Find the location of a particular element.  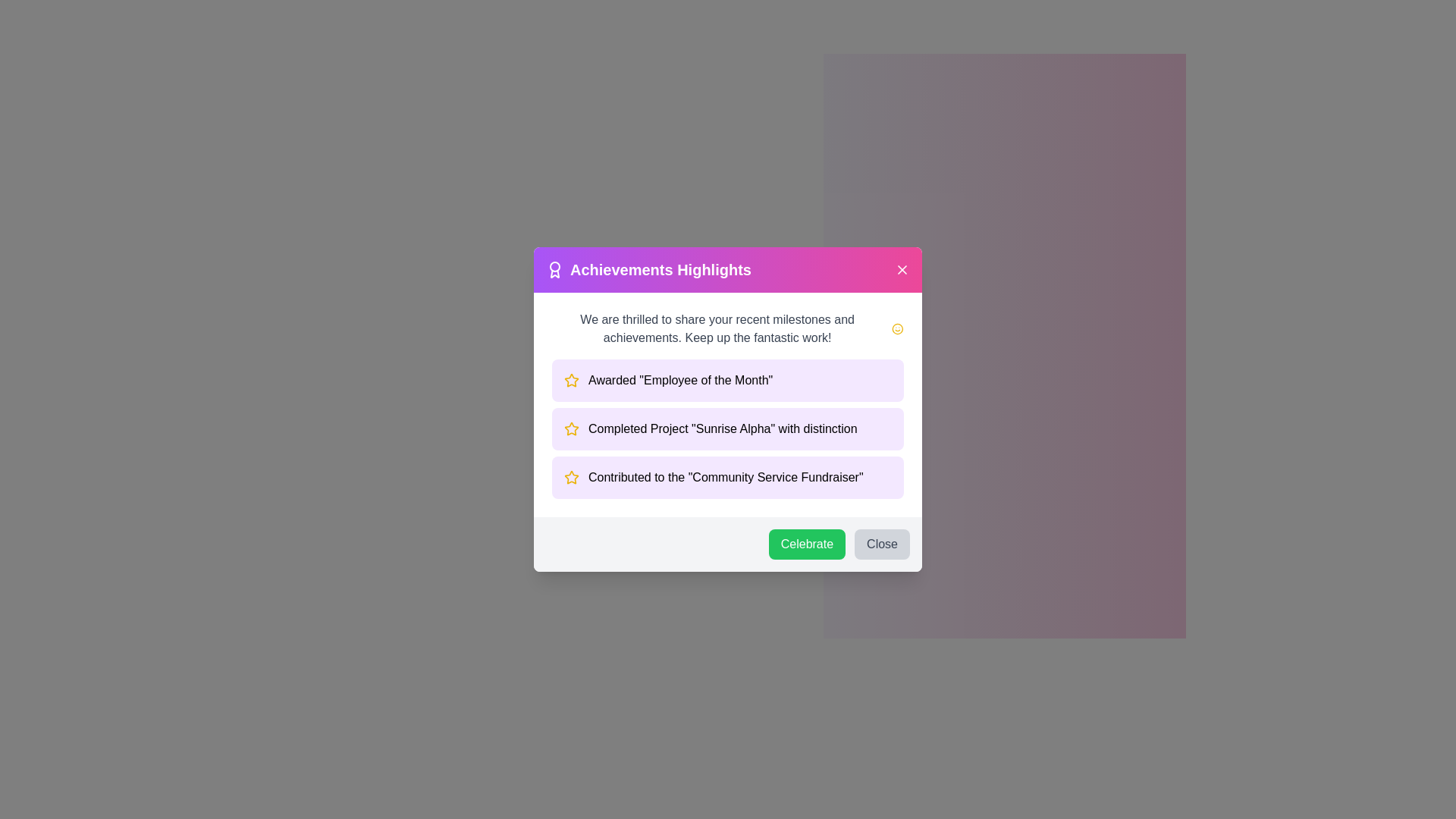

the second star-shaped icon in the 'Achievements Highlights' modal dialog, which signifies a highlight or rating indicator for the achievement 'Completed Project "Sunrise Alpha" with distinction' is located at coordinates (570, 379).